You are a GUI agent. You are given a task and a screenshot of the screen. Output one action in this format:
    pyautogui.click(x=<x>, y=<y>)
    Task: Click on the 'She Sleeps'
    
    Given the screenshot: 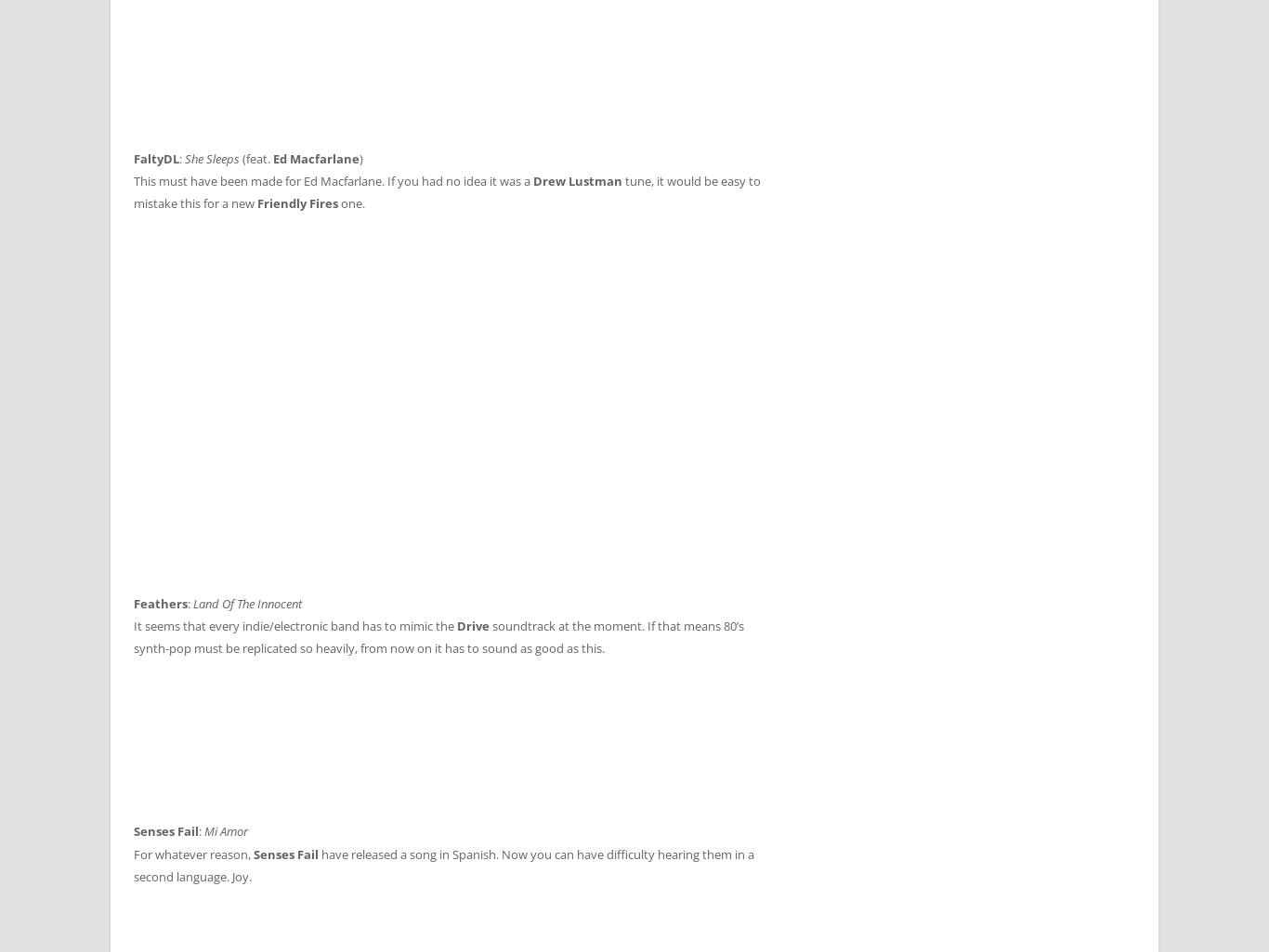 What is the action you would take?
    pyautogui.click(x=184, y=157)
    